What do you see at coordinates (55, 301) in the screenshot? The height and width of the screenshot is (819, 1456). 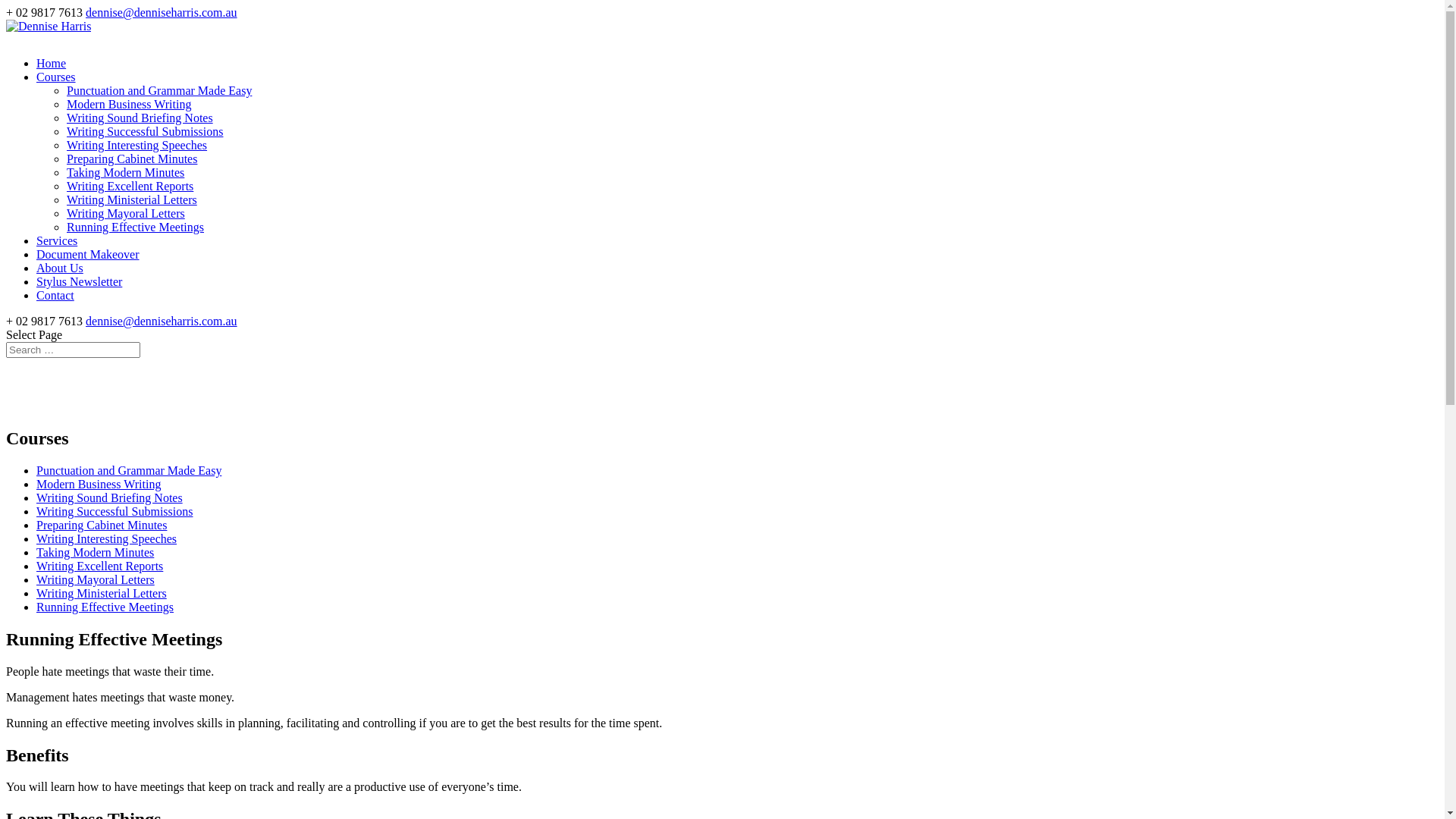 I see `'Contact'` at bounding box center [55, 301].